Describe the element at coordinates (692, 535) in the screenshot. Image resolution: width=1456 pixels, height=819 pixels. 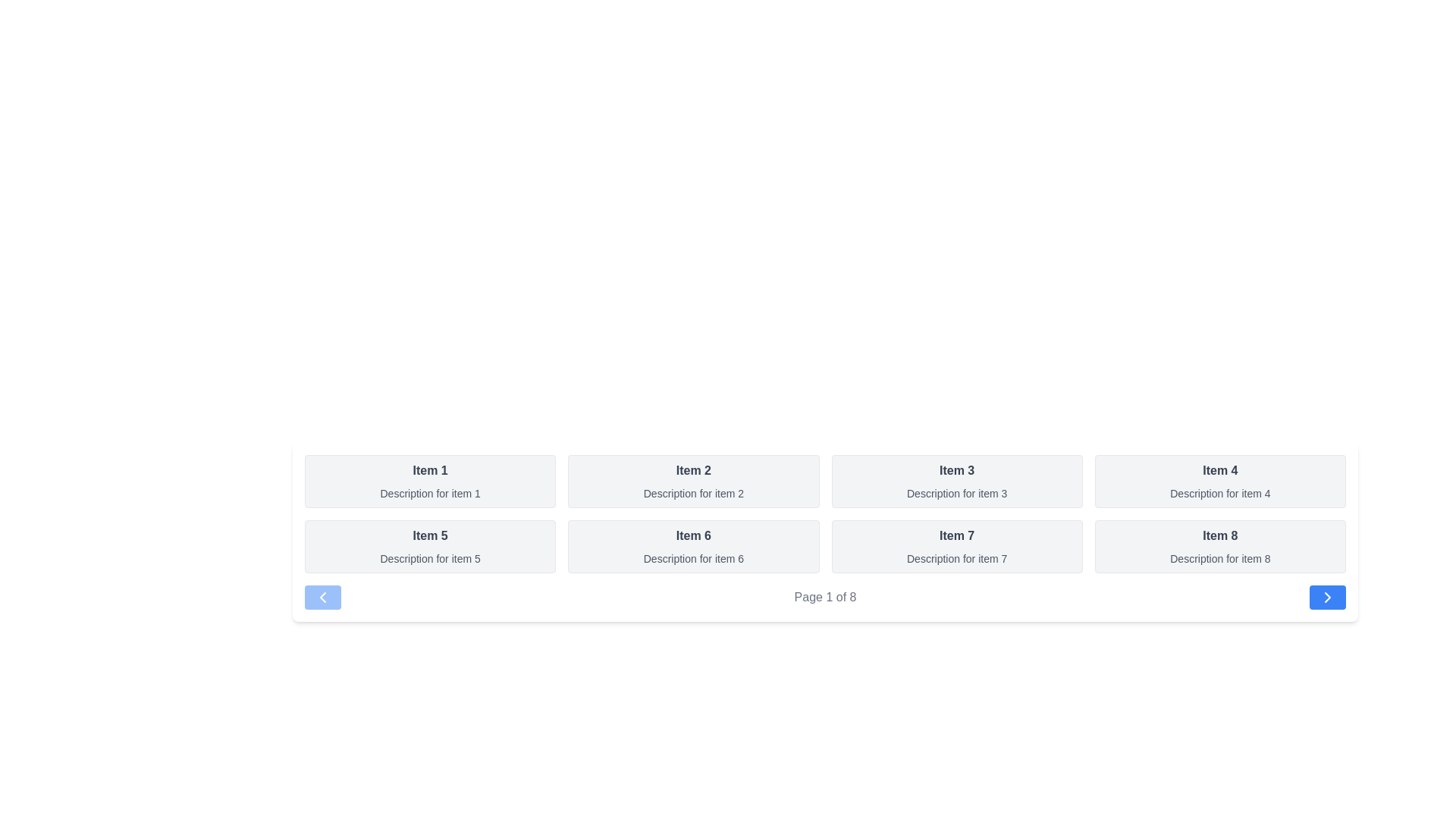
I see `the text label that identifies 'Item 6' in the bottom row, second column of the grid layout` at that location.